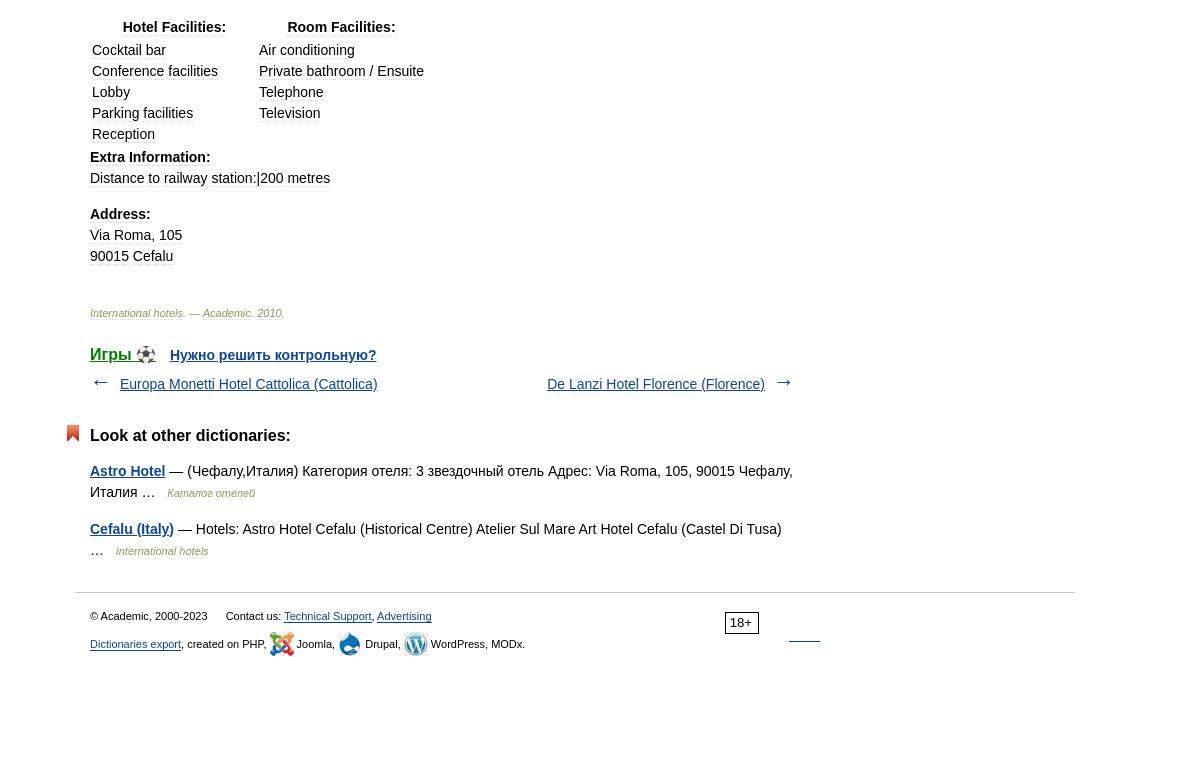 The width and height of the screenshot is (1200, 772). Describe the element at coordinates (382, 644) in the screenshot. I see `'Drupal,'` at that location.